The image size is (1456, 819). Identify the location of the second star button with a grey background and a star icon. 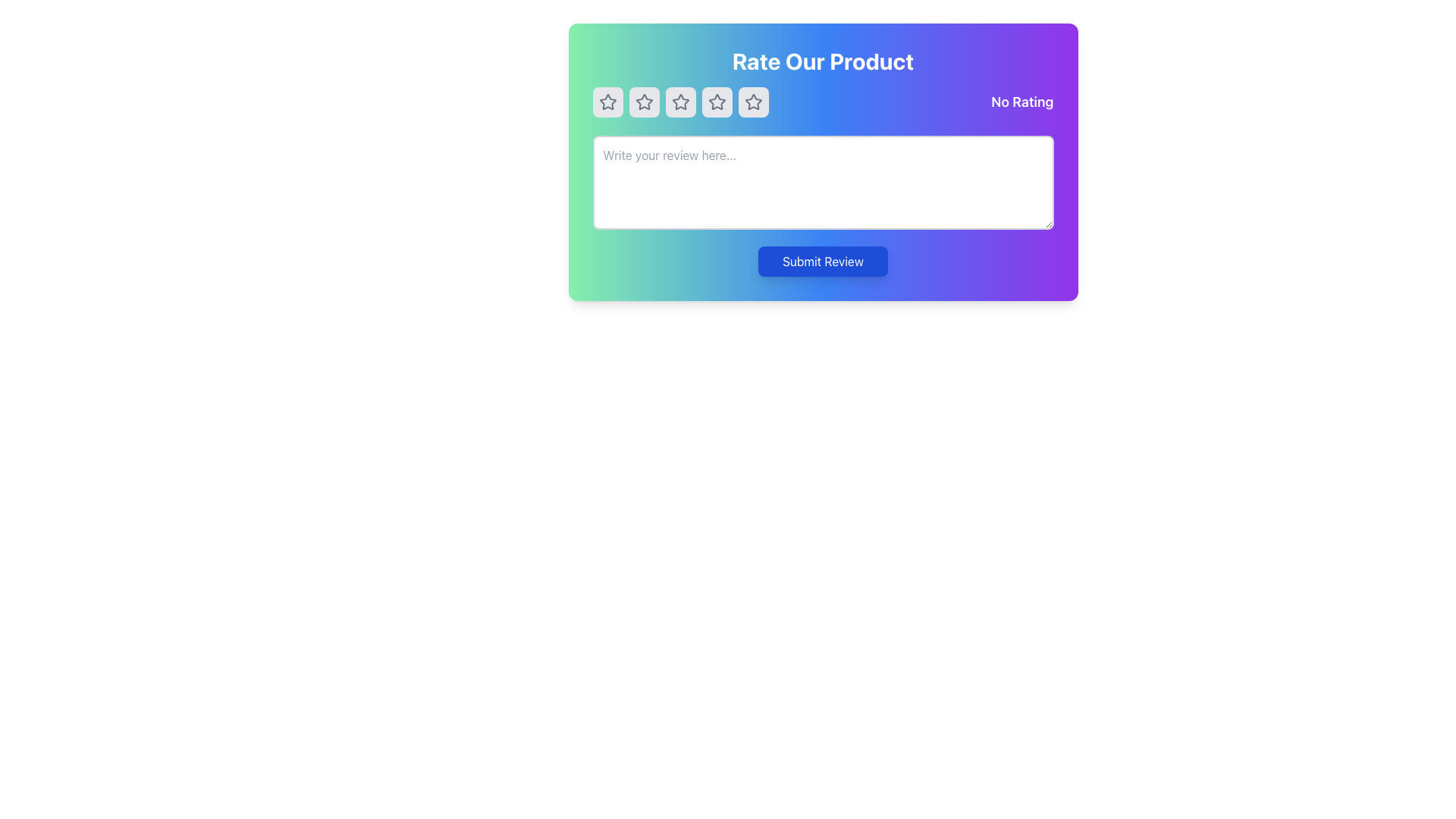
(644, 102).